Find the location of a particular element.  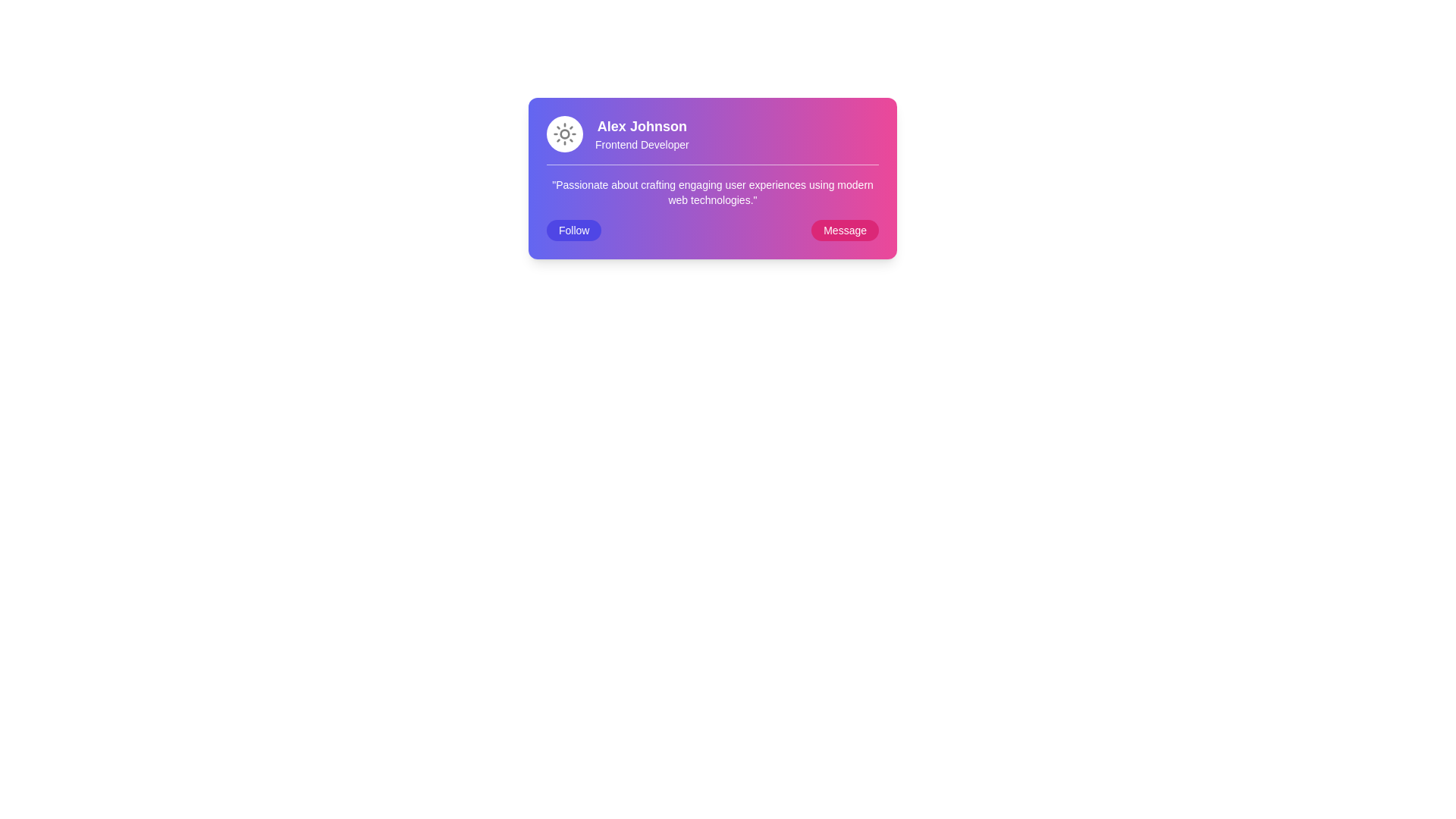

the bright or sunny themed icon located in the top-left section of the card component, which is positioned directly to the left of the user's name and title is located at coordinates (563, 133).